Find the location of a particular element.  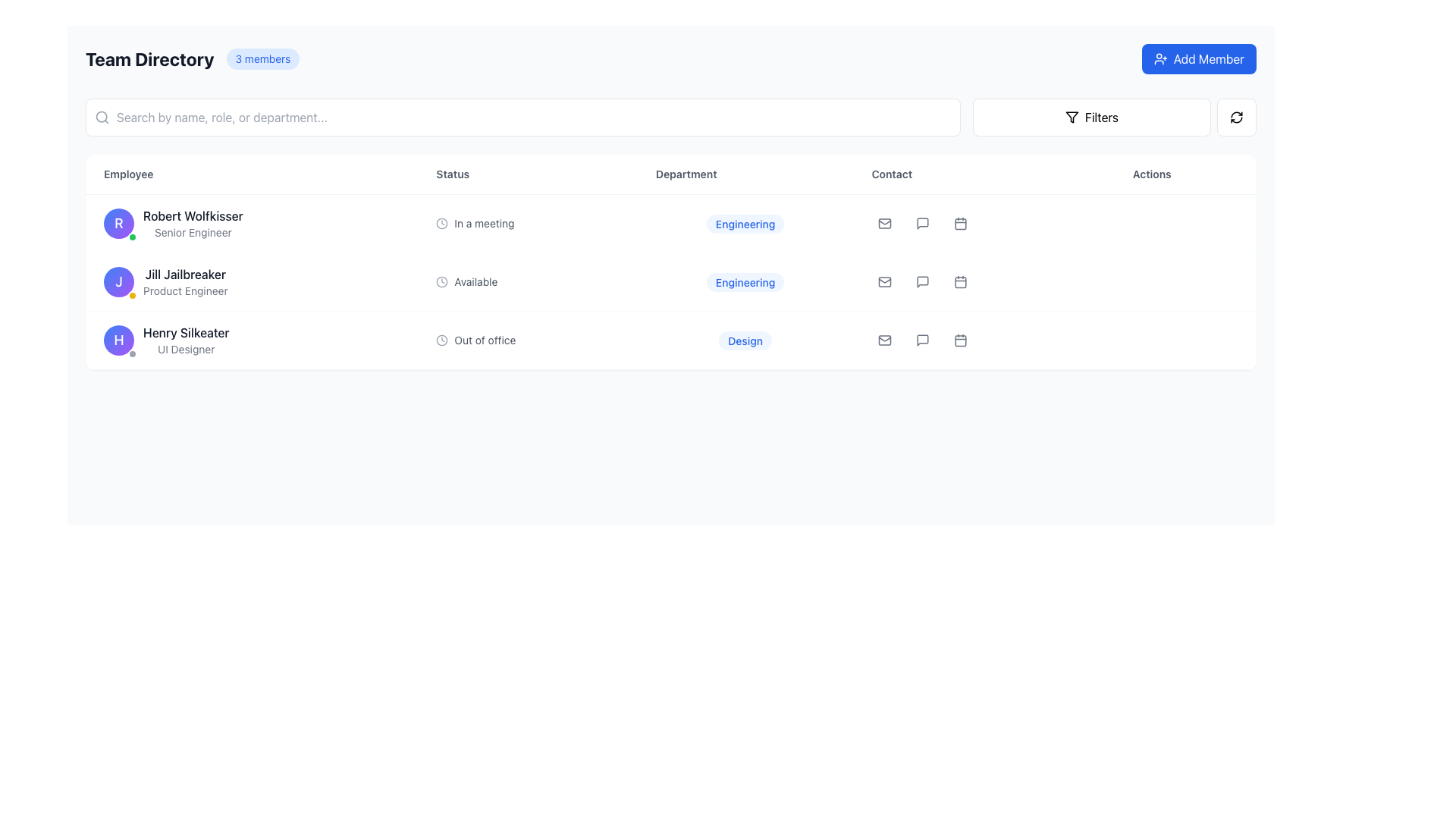

the status indicator associated with the avatar displaying 'J', located at the bottom-right part of the avatar's details is located at coordinates (132, 295).